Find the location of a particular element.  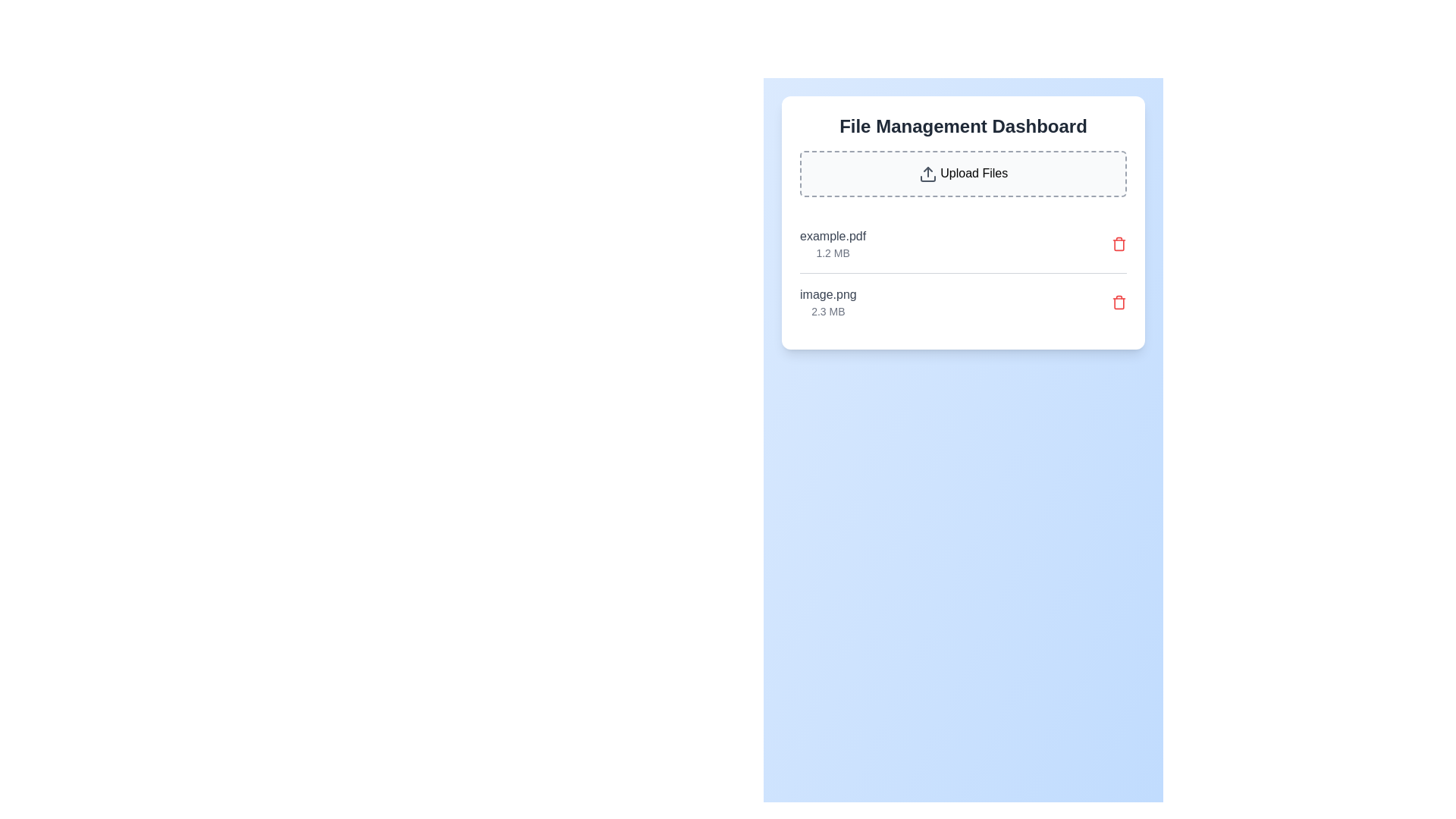

the text label displaying '1.2 MB', which is positioned below 'example.pdf' in the file list interface is located at coordinates (832, 252).